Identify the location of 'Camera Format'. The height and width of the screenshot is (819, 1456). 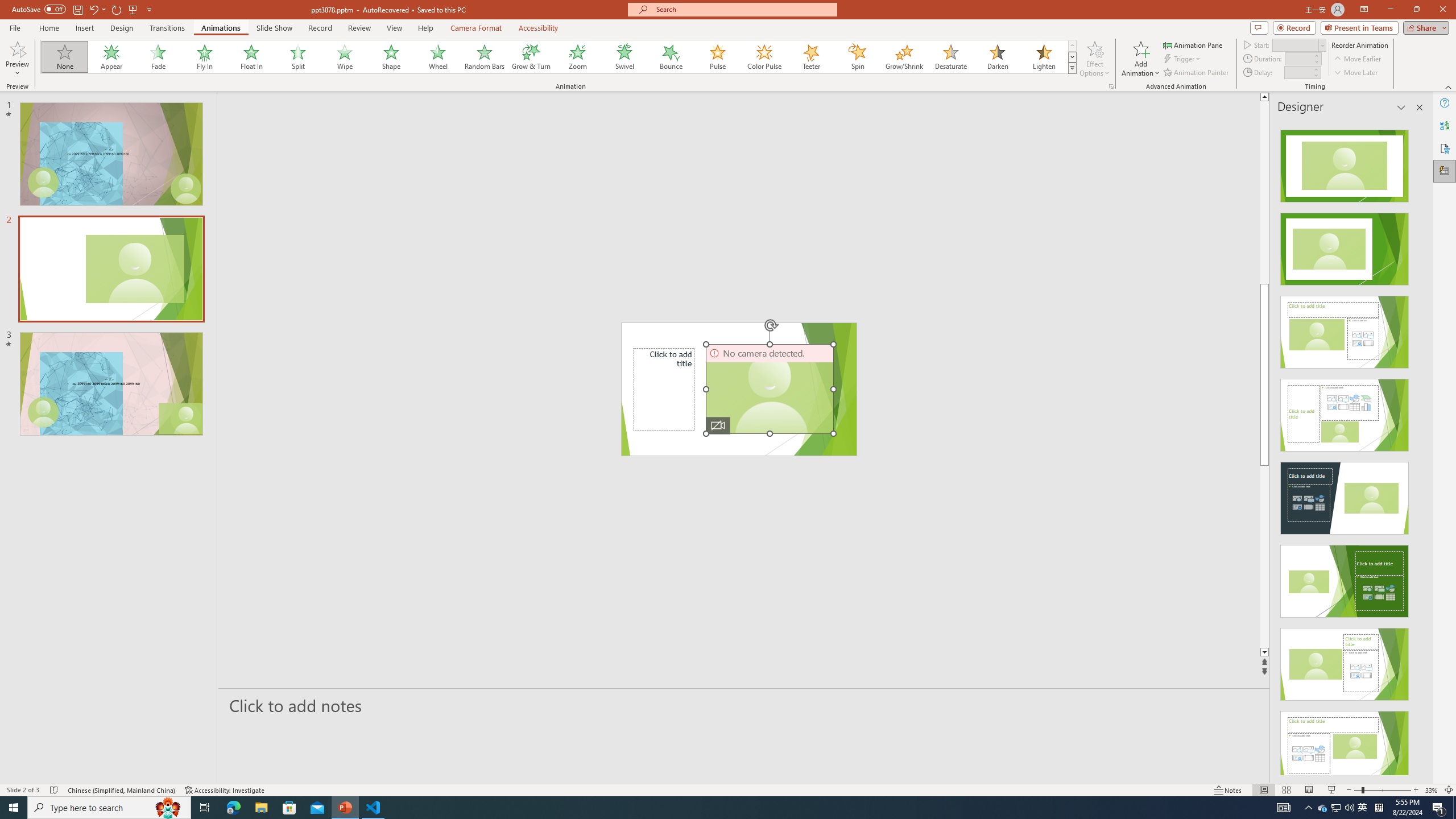
(475, 28).